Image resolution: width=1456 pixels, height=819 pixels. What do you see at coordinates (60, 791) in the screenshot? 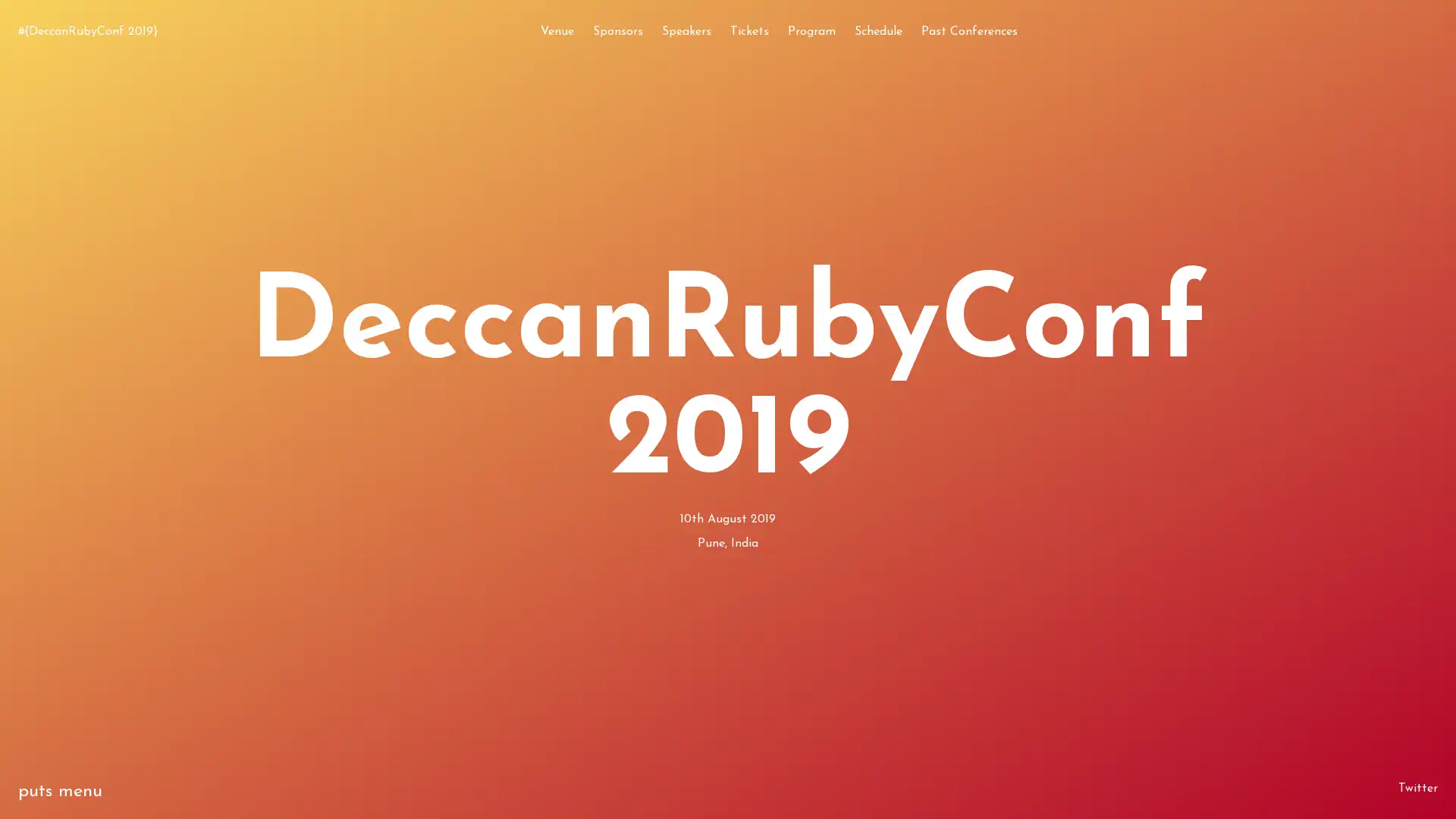
I see `puts menu` at bounding box center [60, 791].